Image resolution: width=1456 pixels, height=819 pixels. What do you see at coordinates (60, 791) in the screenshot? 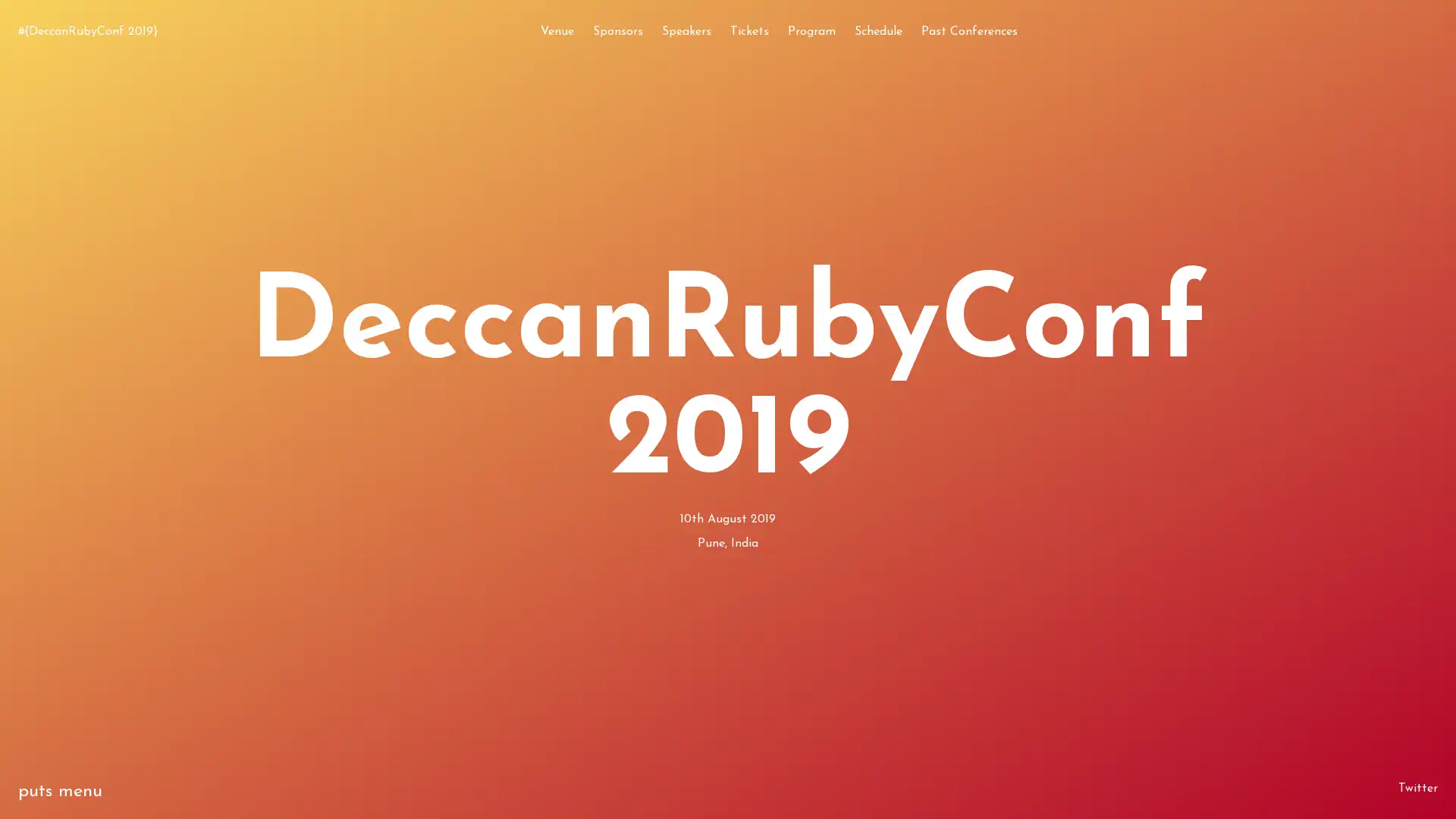
I see `puts menu` at bounding box center [60, 791].